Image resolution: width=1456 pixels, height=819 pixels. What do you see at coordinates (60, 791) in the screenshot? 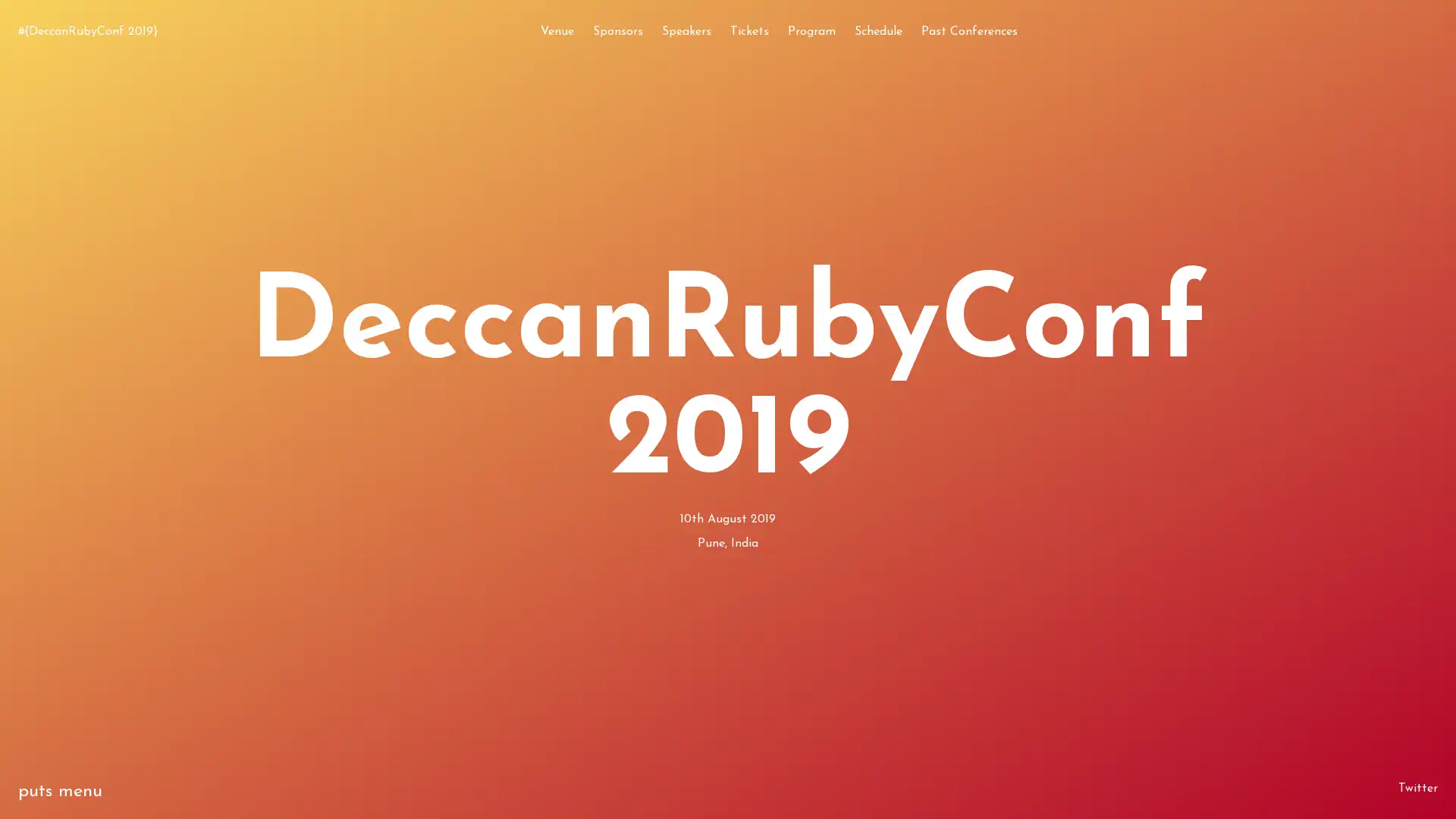
I see `puts menu` at bounding box center [60, 791].